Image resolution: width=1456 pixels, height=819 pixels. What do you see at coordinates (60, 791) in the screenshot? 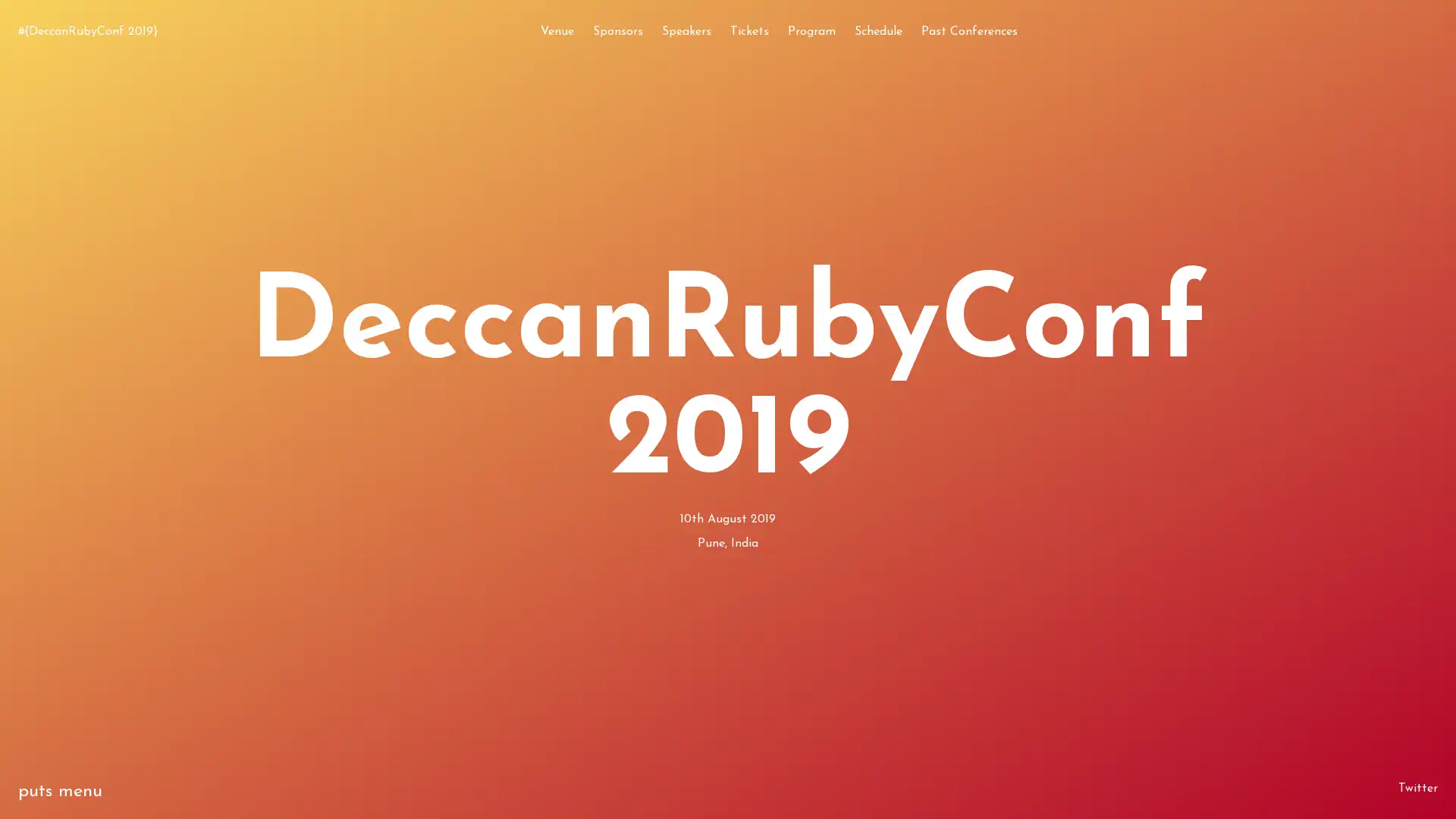
I see `puts menu` at bounding box center [60, 791].